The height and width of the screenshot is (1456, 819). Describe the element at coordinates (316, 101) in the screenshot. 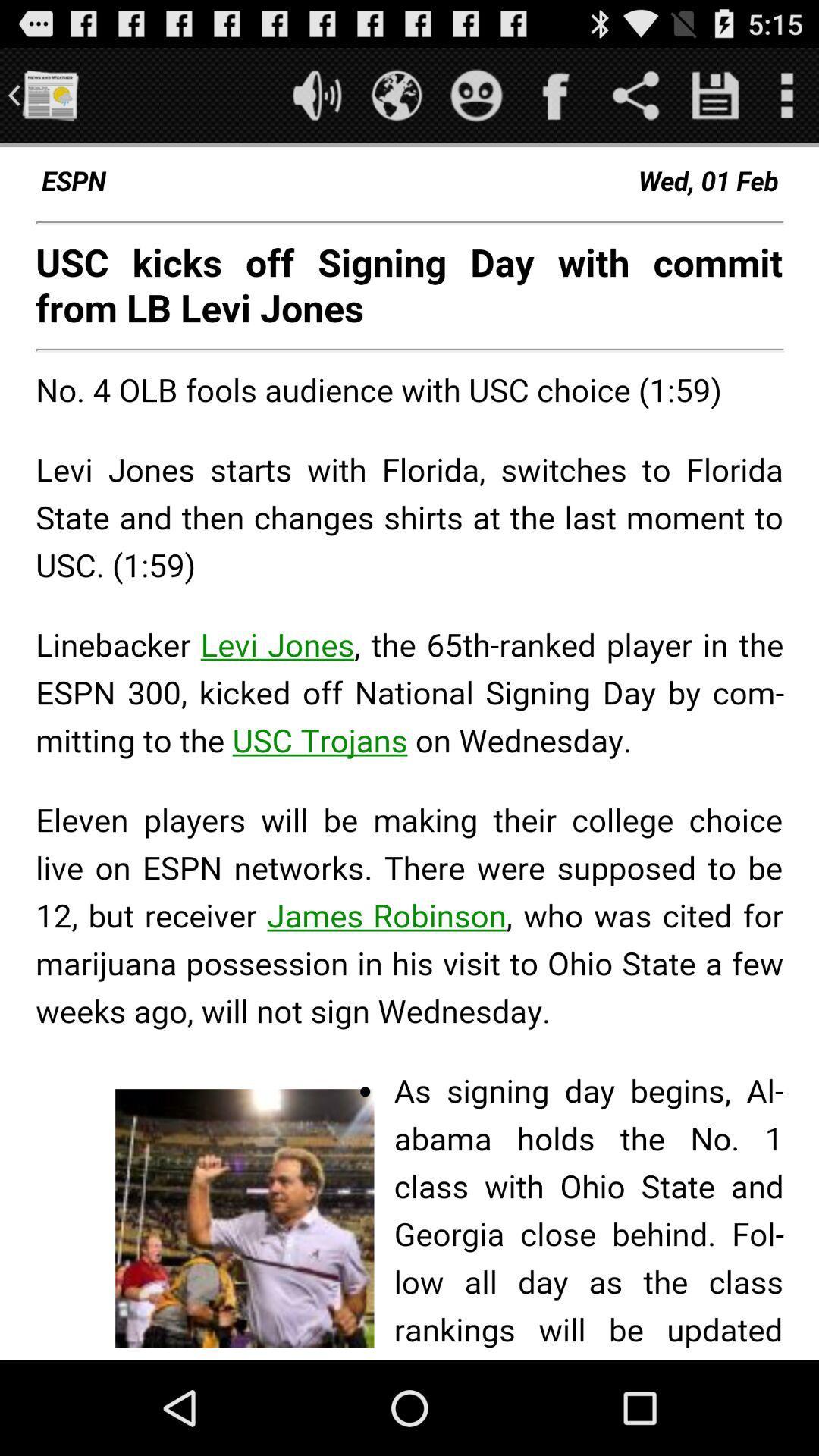

I see `the volume icon` at that location.